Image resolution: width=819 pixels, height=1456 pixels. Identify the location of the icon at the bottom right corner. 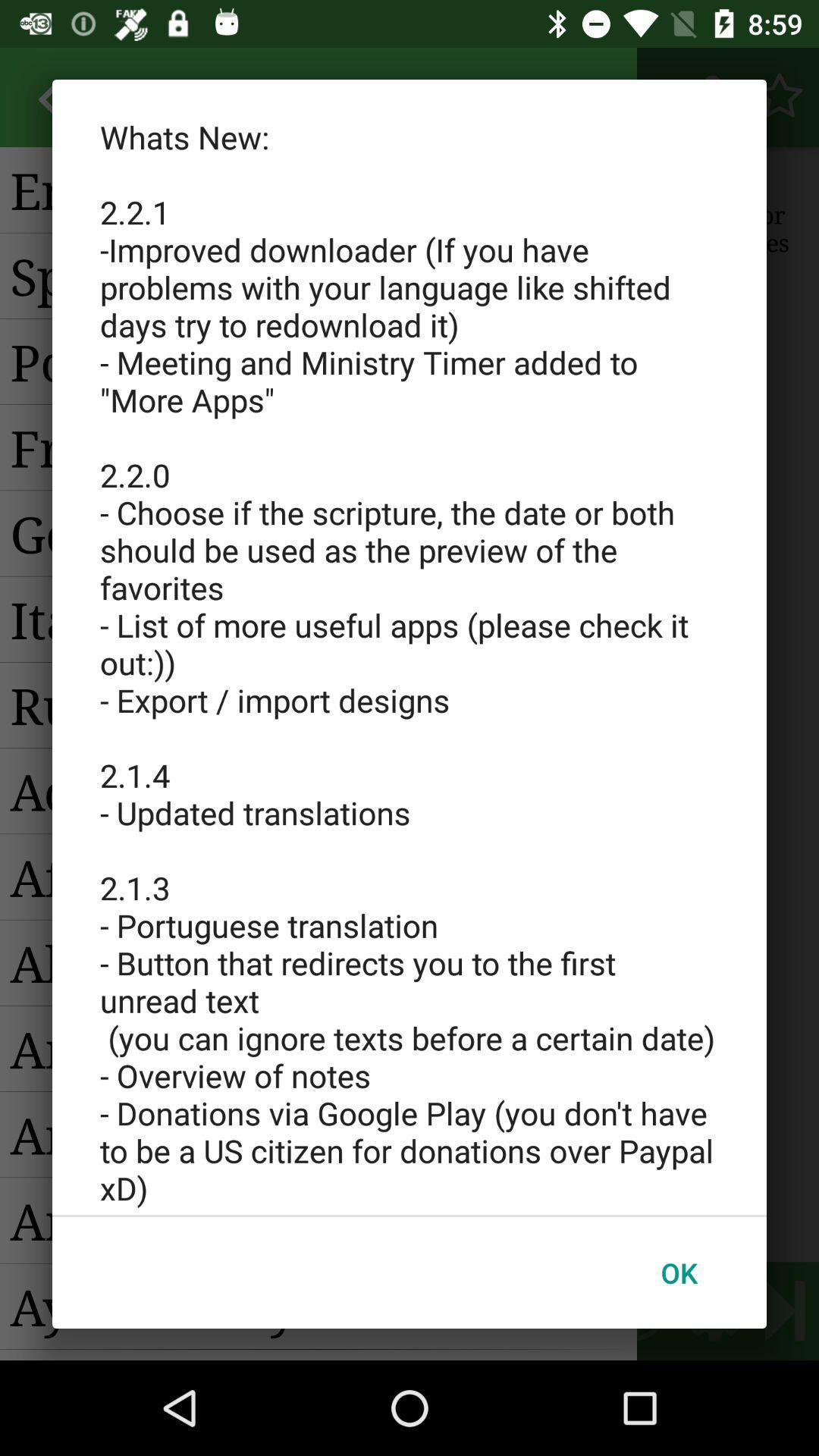
(678, 1272).